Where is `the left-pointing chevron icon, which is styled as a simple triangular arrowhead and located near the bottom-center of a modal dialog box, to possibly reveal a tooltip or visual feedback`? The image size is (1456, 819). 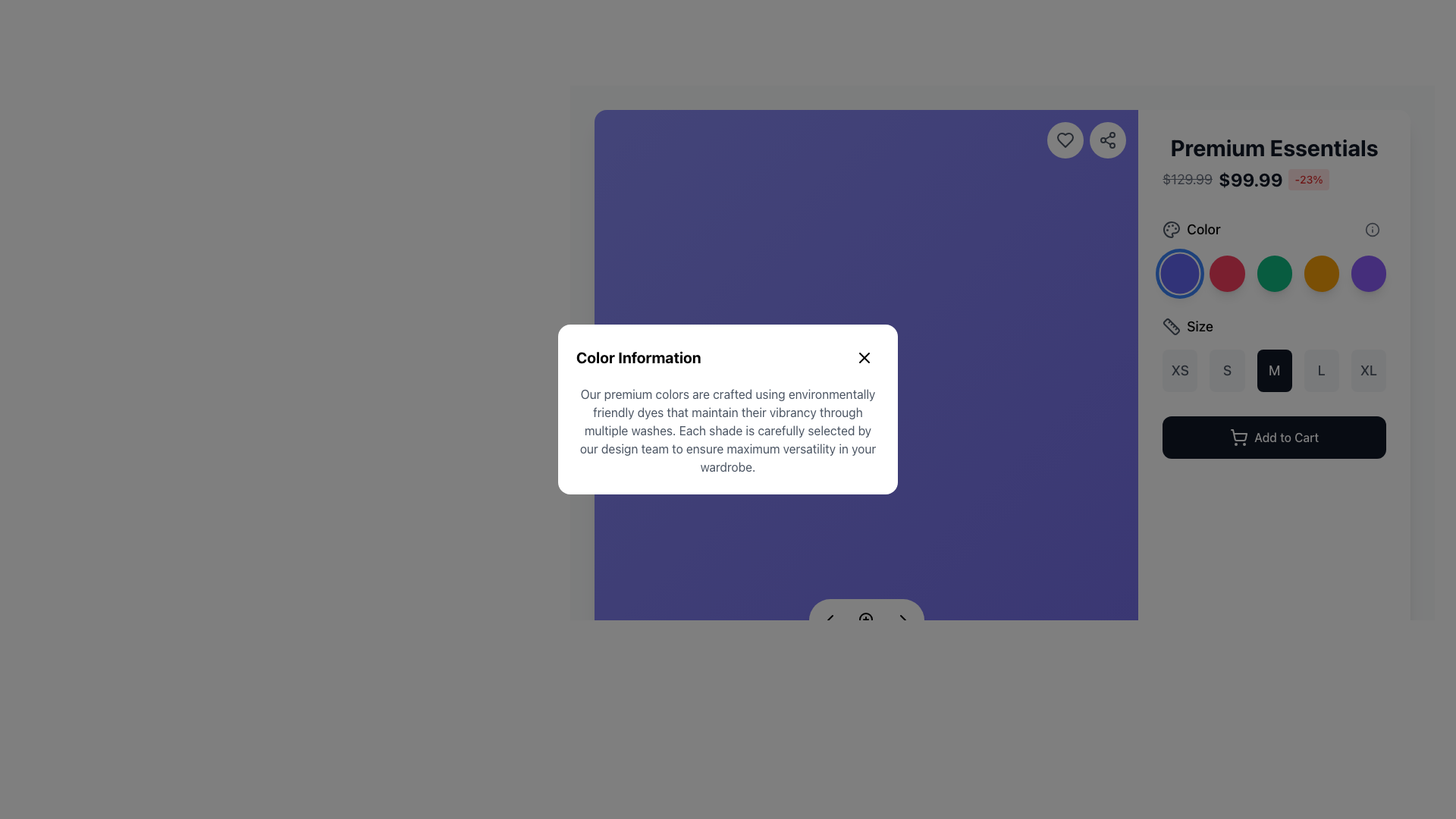 the left-pointing chevron icon, which is styled as a simple triangular arrowhead and located near the bottom-center of a modal dialog box, to possibly reveal a tooltip or visual feedback is located at coordinates (829, 620).